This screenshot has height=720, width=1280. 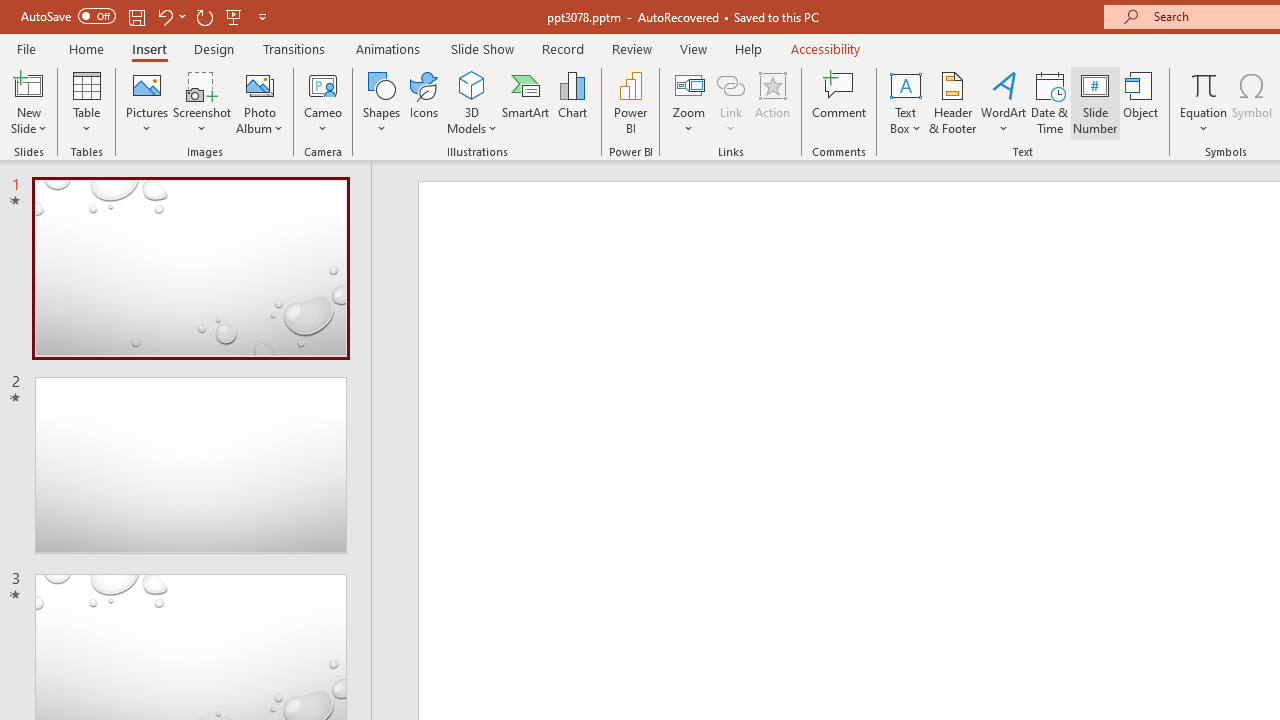 I want to click on 'Photo Album...', so click(x=258, y=103).